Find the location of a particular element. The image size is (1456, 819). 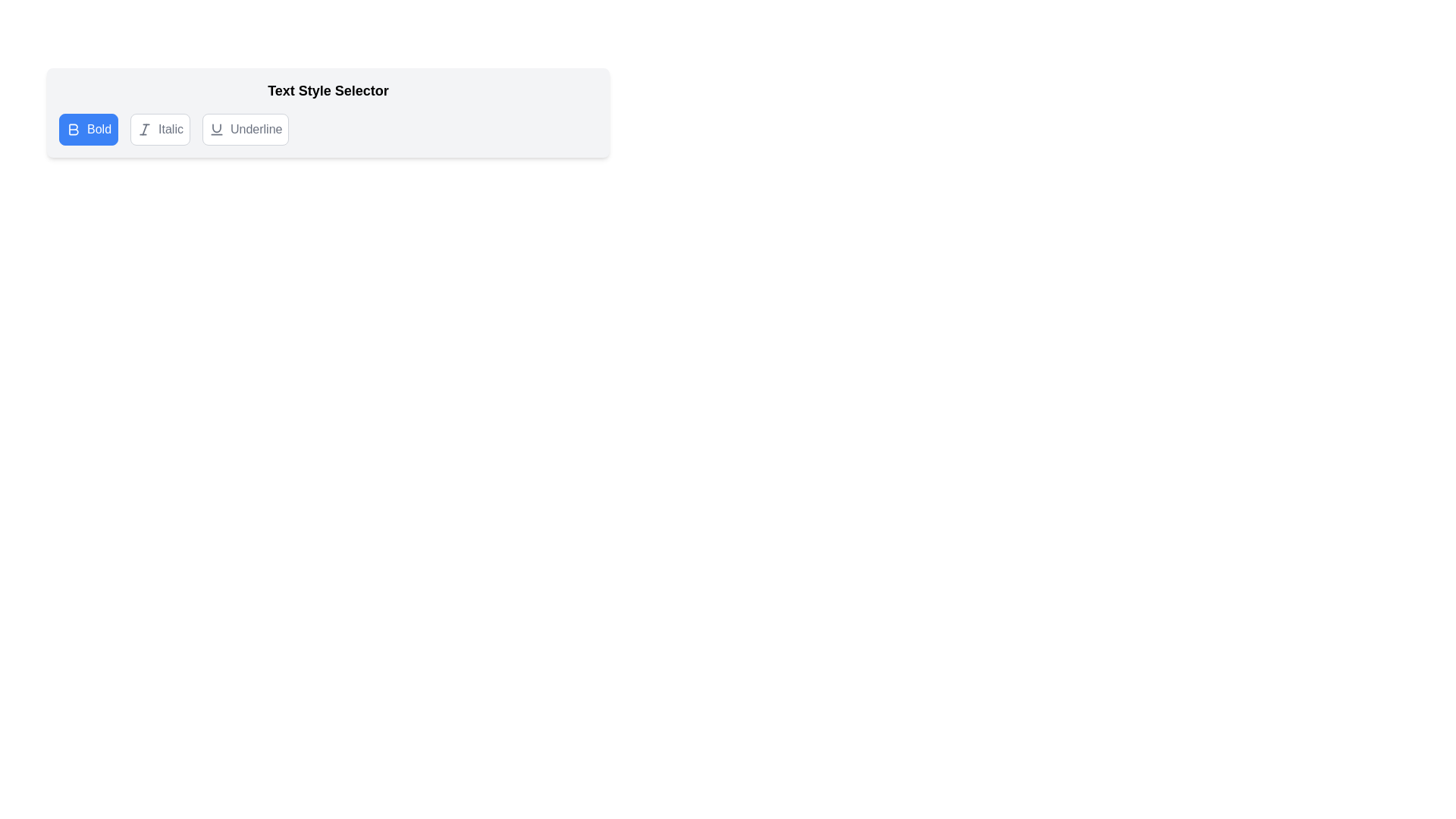

the SVG icon representing the letter 'U' within the third button labeled 'Underline' to apply underline styling is located at coordinates (215, 128).